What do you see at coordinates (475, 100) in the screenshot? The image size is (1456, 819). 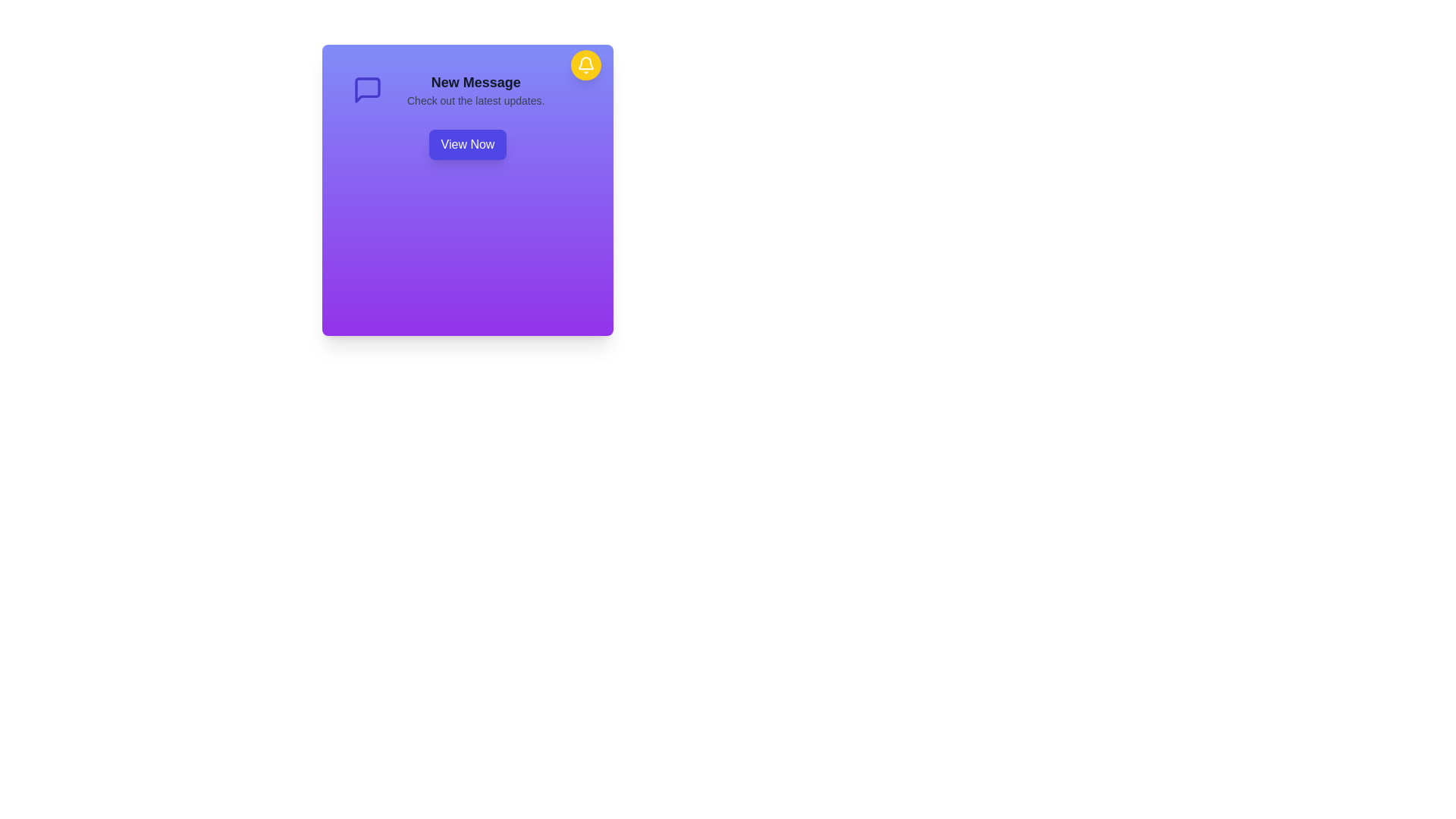 I see `text component displaying the message 'Check out the latest updates.' which is styled in small gray font and located below the 'New Message' header` at bounding box center [475, 100].